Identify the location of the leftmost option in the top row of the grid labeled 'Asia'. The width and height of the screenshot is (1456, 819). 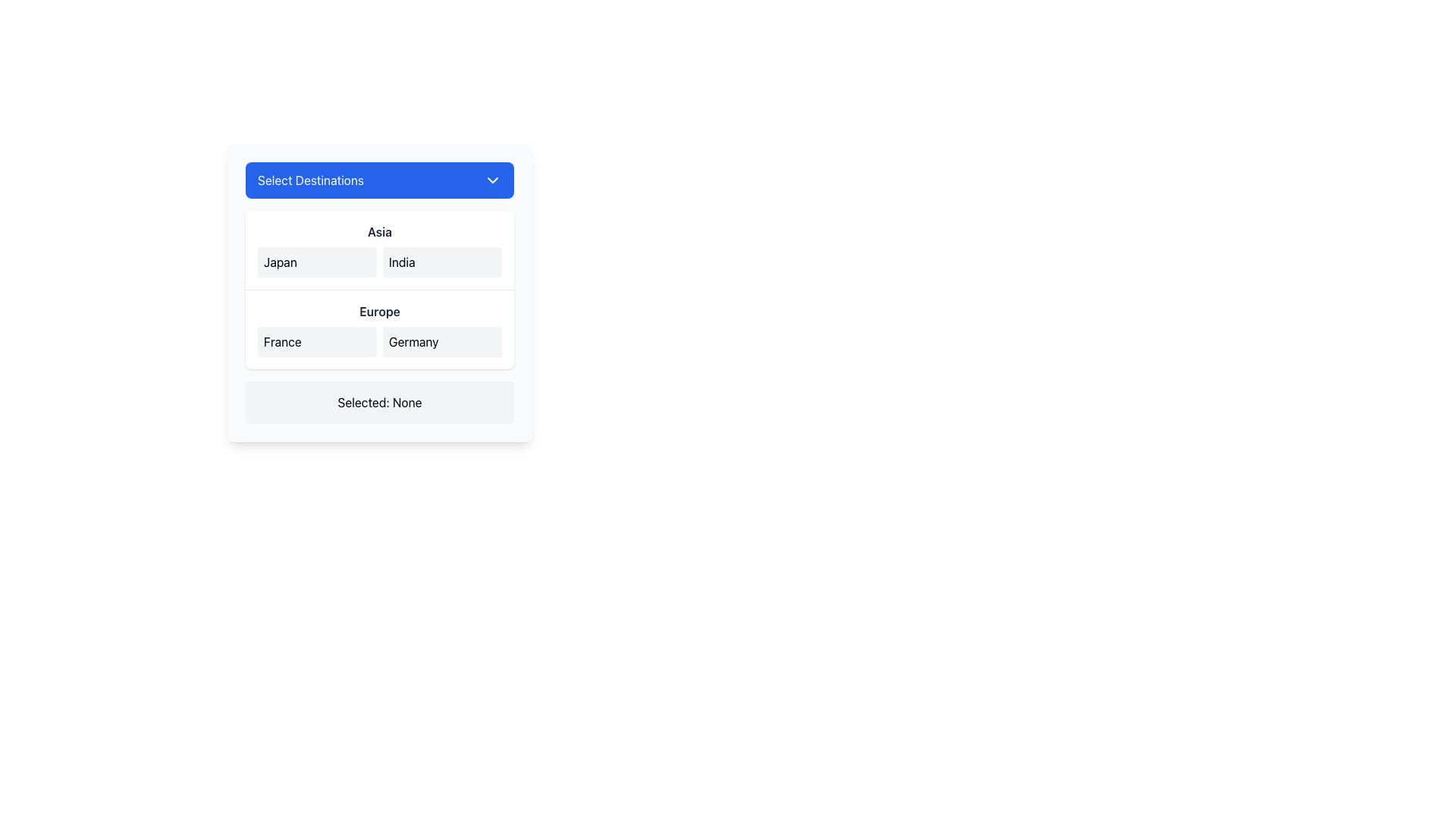
(316, 262).